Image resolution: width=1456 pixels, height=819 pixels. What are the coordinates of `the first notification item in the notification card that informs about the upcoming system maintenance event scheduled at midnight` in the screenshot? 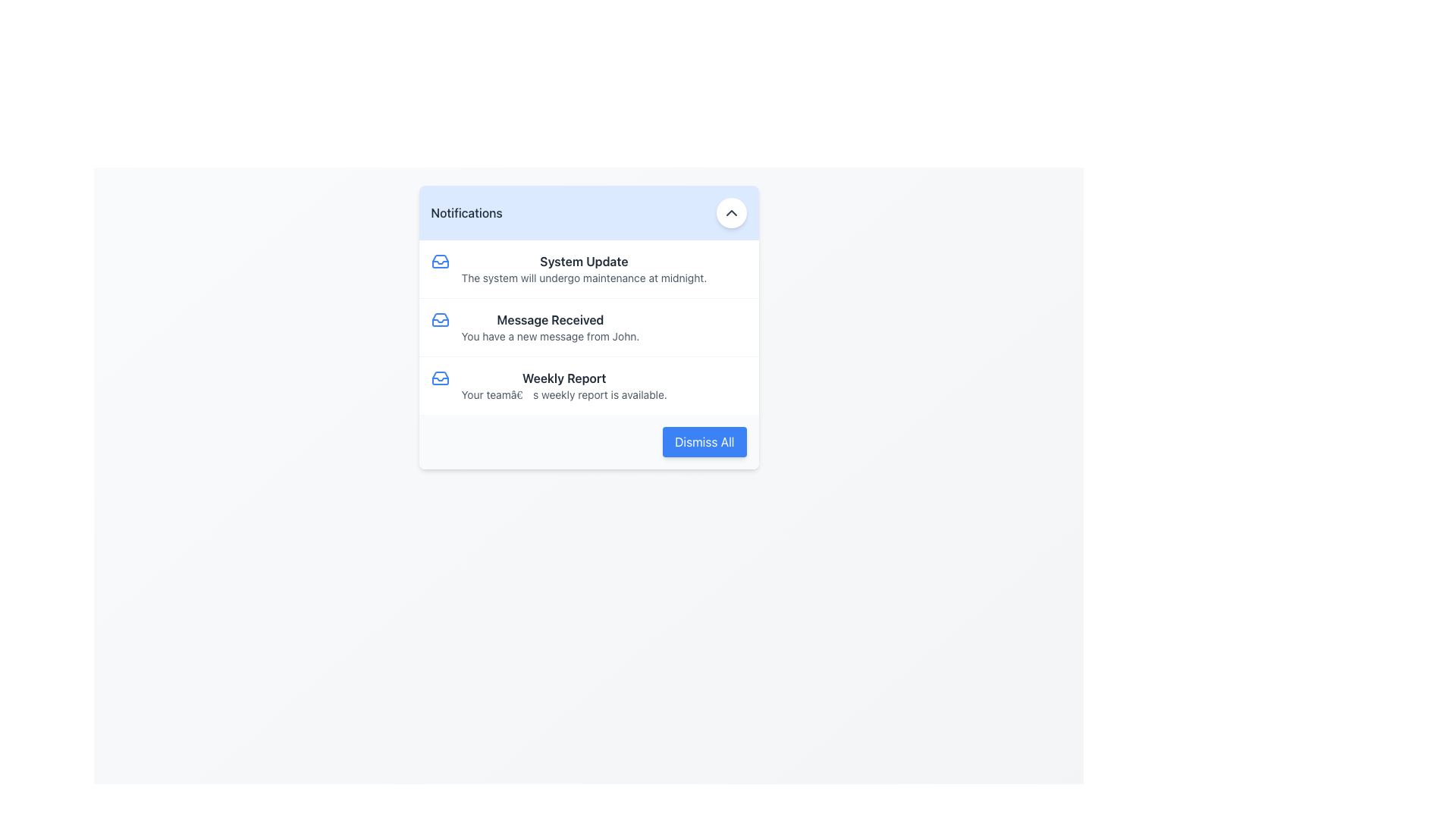 It's located at (583, 268).